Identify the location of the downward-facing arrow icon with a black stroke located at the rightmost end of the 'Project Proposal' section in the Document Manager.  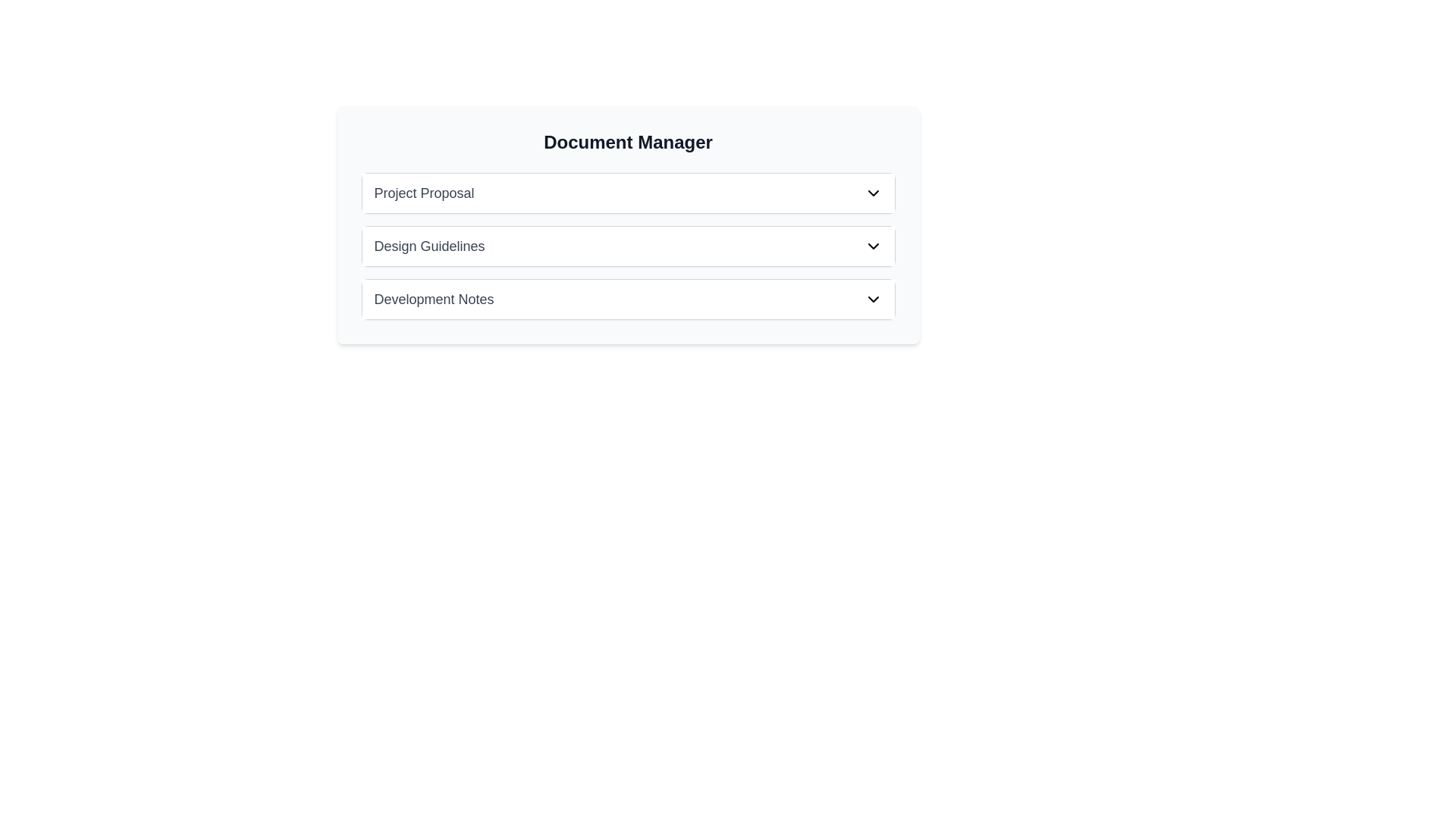
(873, 192).